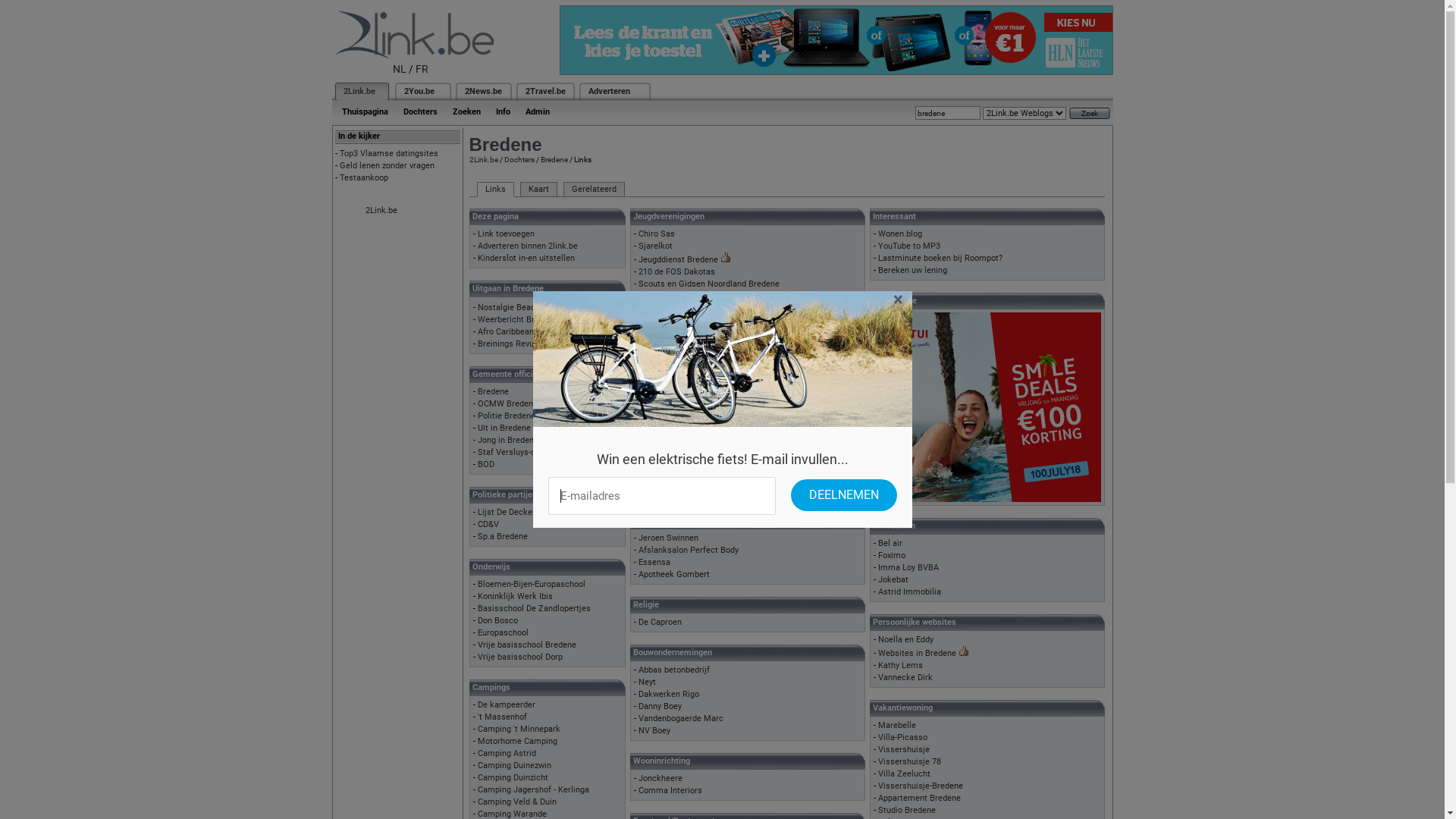 The width and height of the screenshot is (1456, 819). What do you see at coordinates (381, 210) in the screenshot?
I see `'2Link.be'` at bounding box center [381, 210].